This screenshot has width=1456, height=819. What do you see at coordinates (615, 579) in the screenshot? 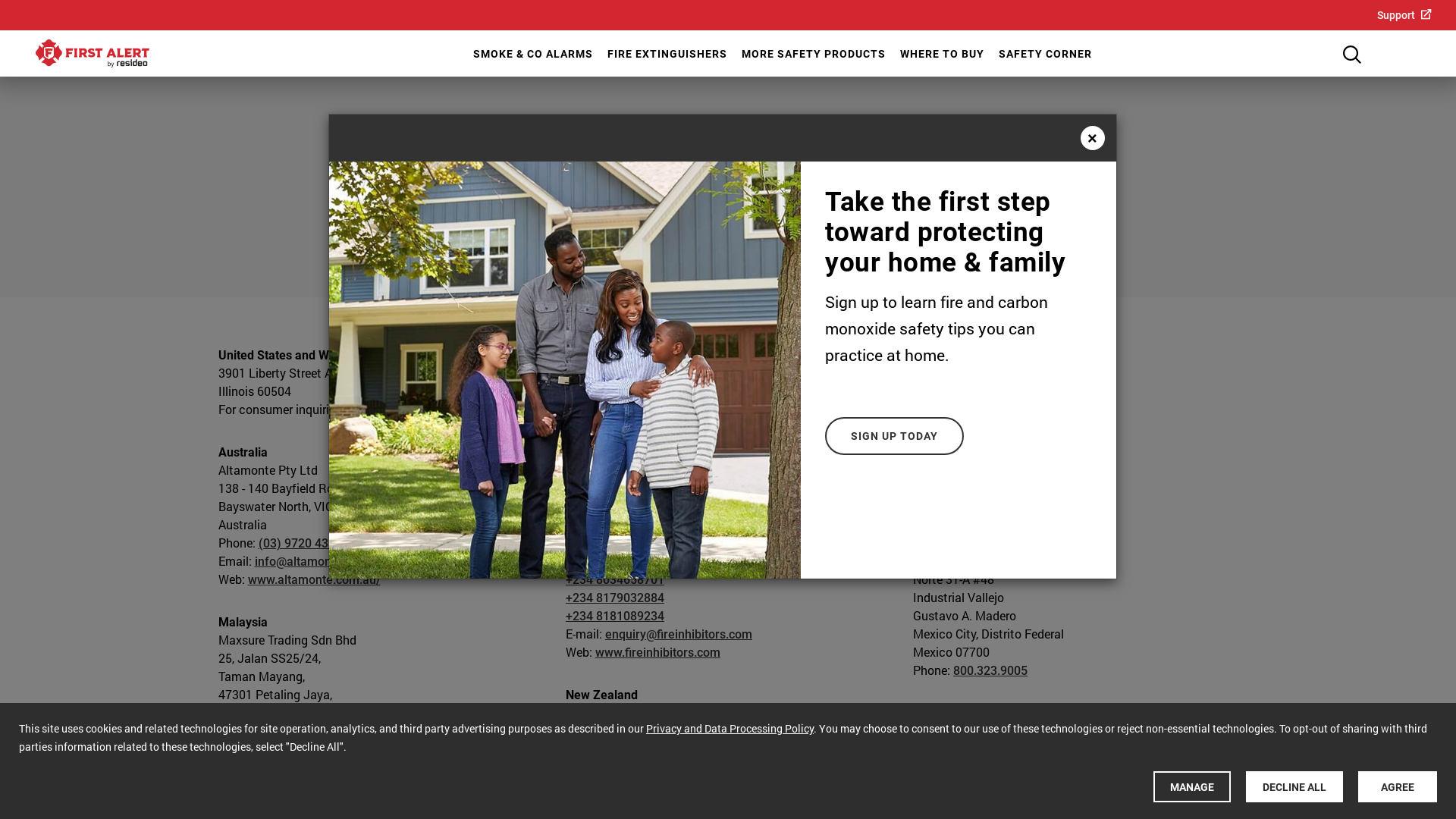
I see `'+234 8034658701'` at bounding box center [615, 579].